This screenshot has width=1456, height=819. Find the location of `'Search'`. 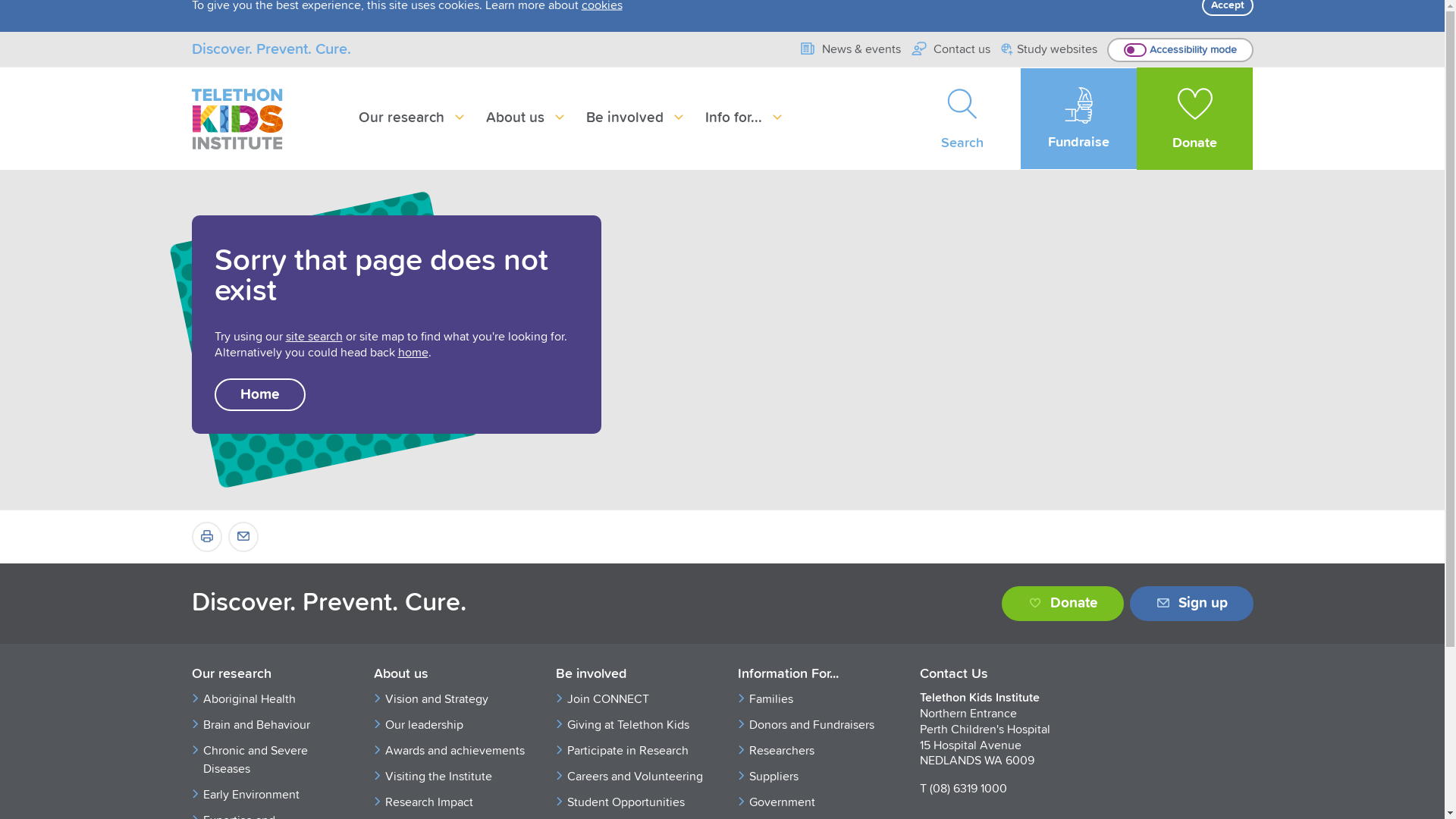

'Search' is located at coordinates (905, 118).